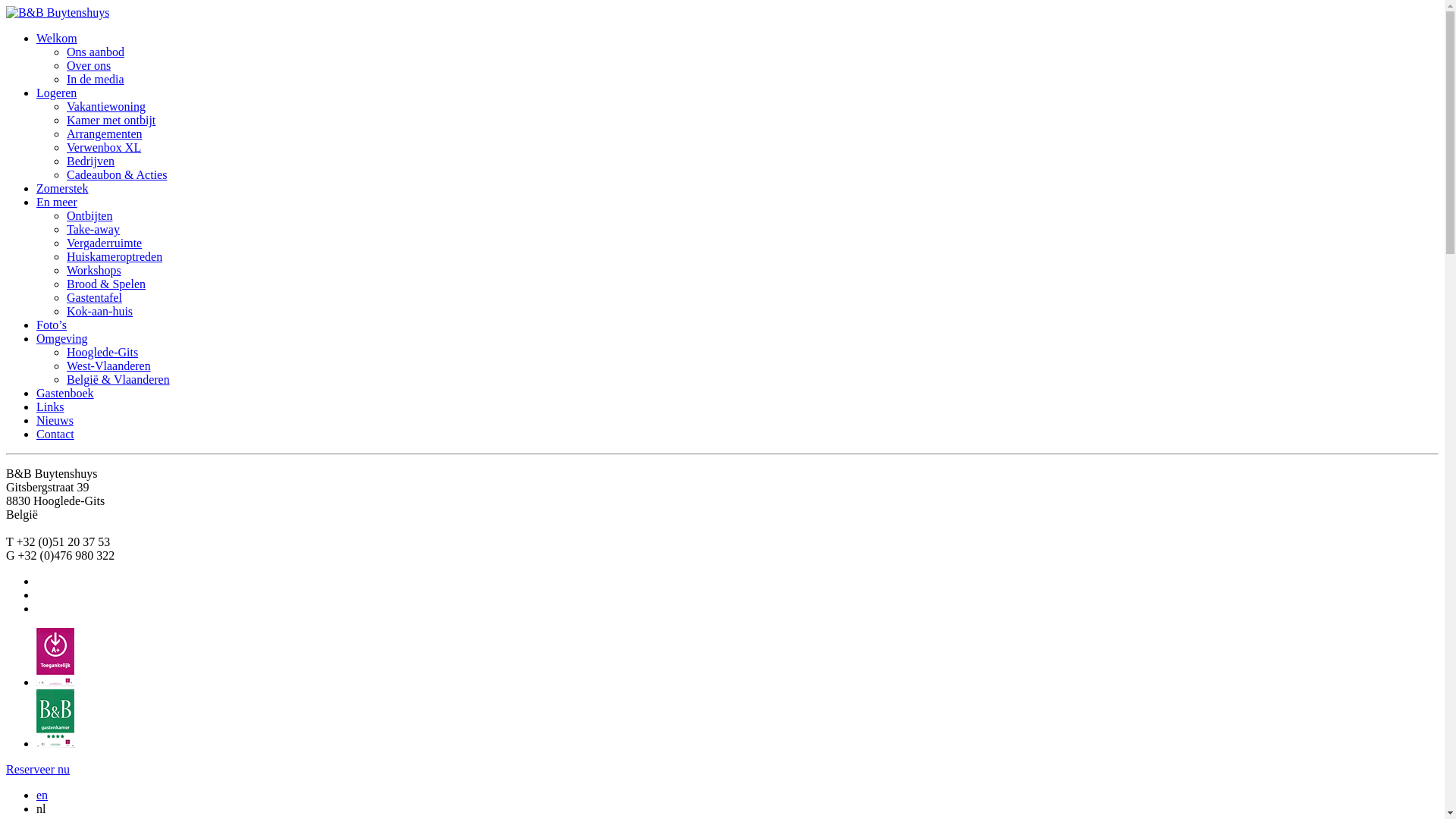 The width and height of the screenshot is (1456, 819). I want to click on 'Kok-aan-huis', so click(99, 310).